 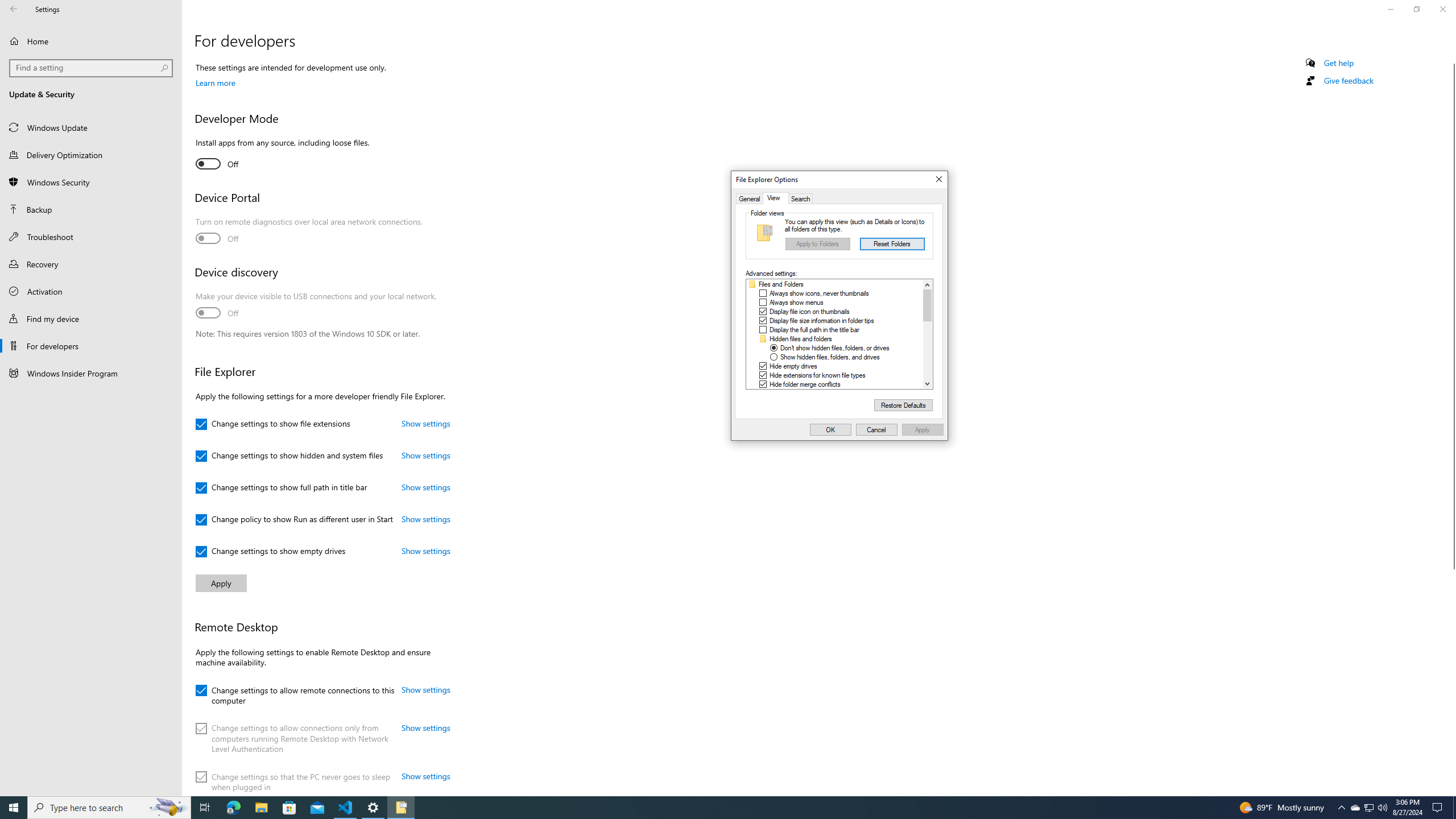 I want to click on 'Close', so click(x=937, y=179).